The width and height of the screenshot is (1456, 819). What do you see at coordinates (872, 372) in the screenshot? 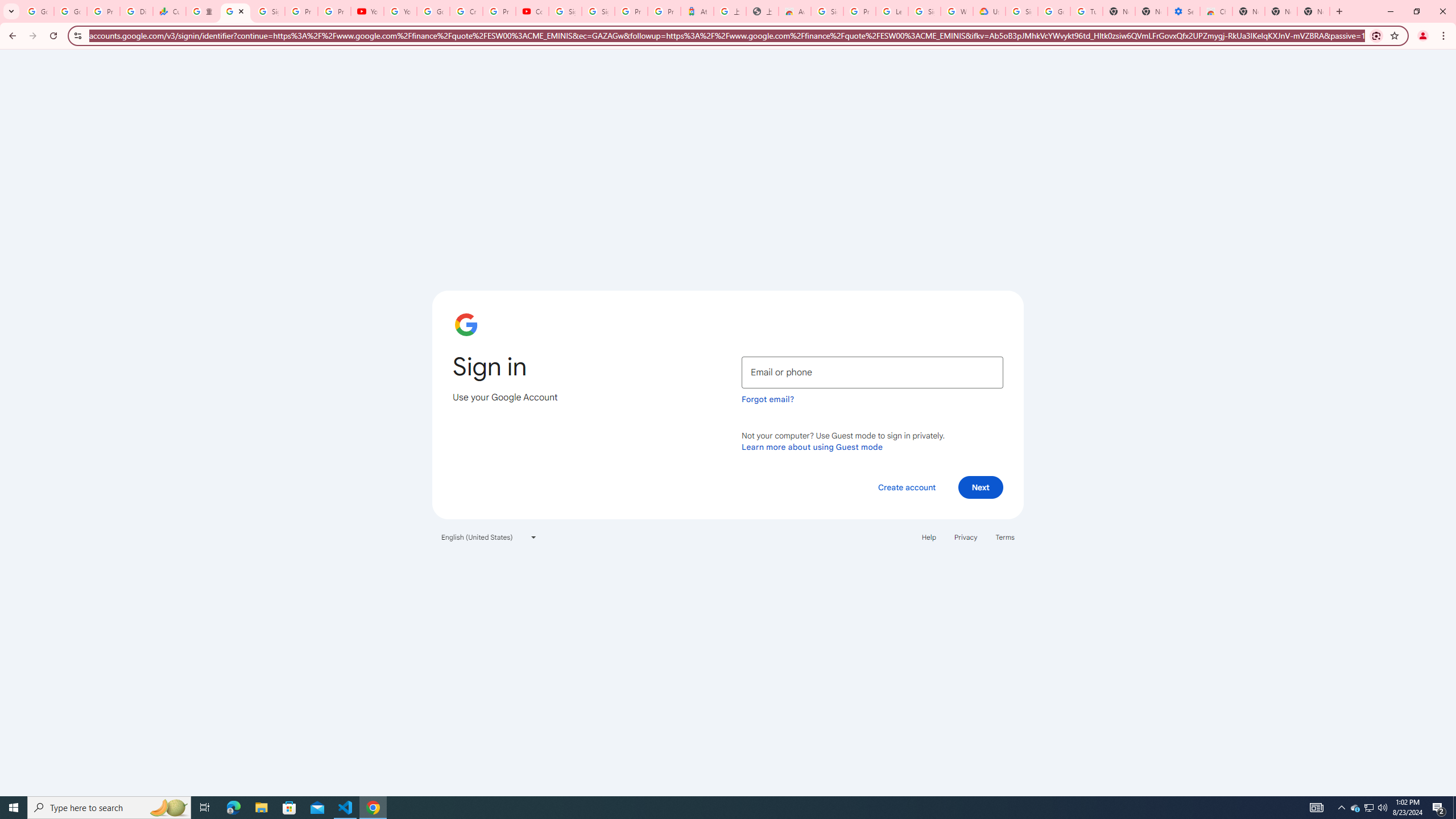
I see `'Email or phone'` at bounding box center [872, 372].